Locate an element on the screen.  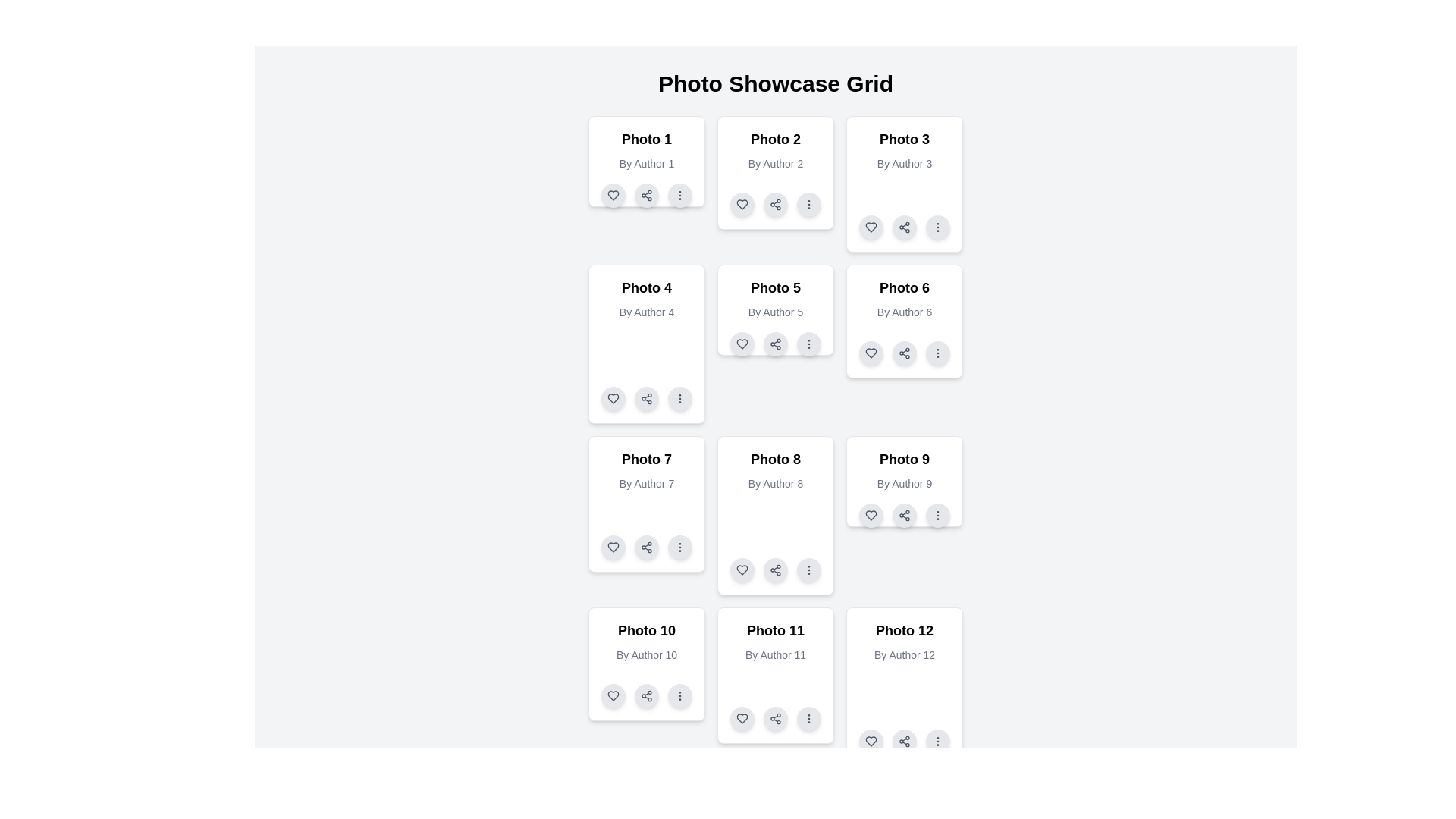
the heart-shaped icon button located in the third photo card of the photo showcase grid to indicate preference is located at coordinates (871, 227).